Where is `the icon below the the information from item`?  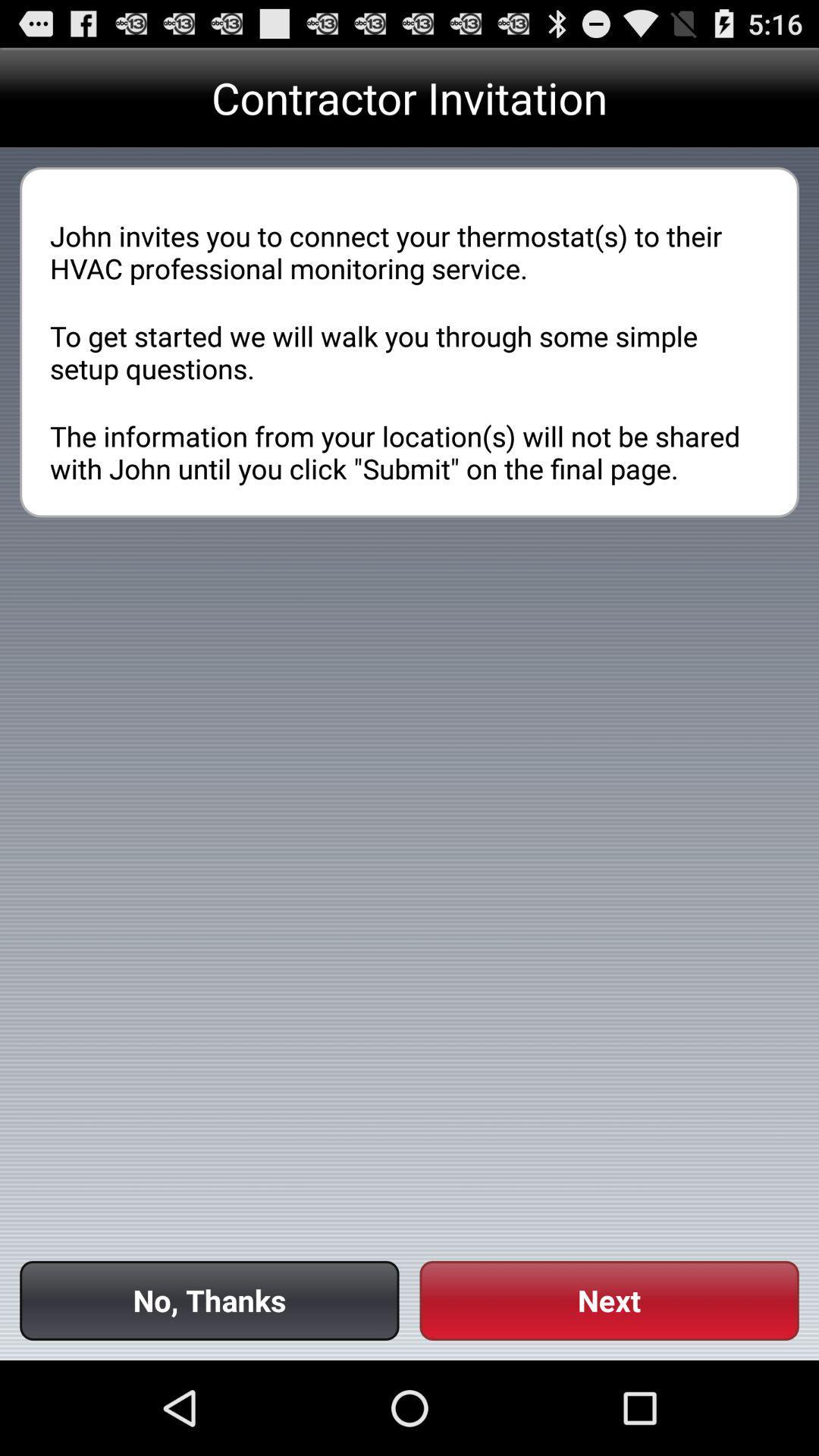 the icon below the the information from item is located at coordinates (209, 1300).